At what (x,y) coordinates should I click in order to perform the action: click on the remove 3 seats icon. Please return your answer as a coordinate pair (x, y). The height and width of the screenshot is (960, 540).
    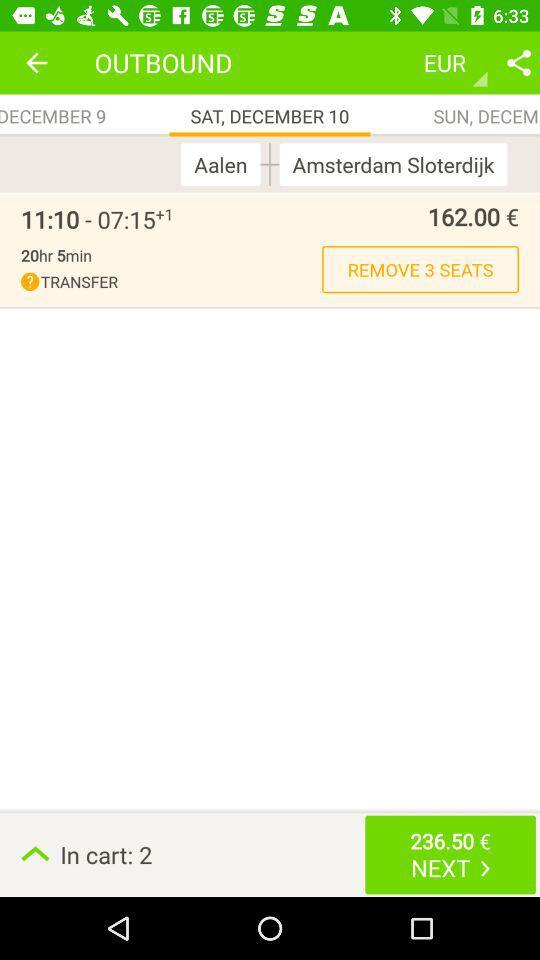
    Looking at the image, I should click on (419, 268).